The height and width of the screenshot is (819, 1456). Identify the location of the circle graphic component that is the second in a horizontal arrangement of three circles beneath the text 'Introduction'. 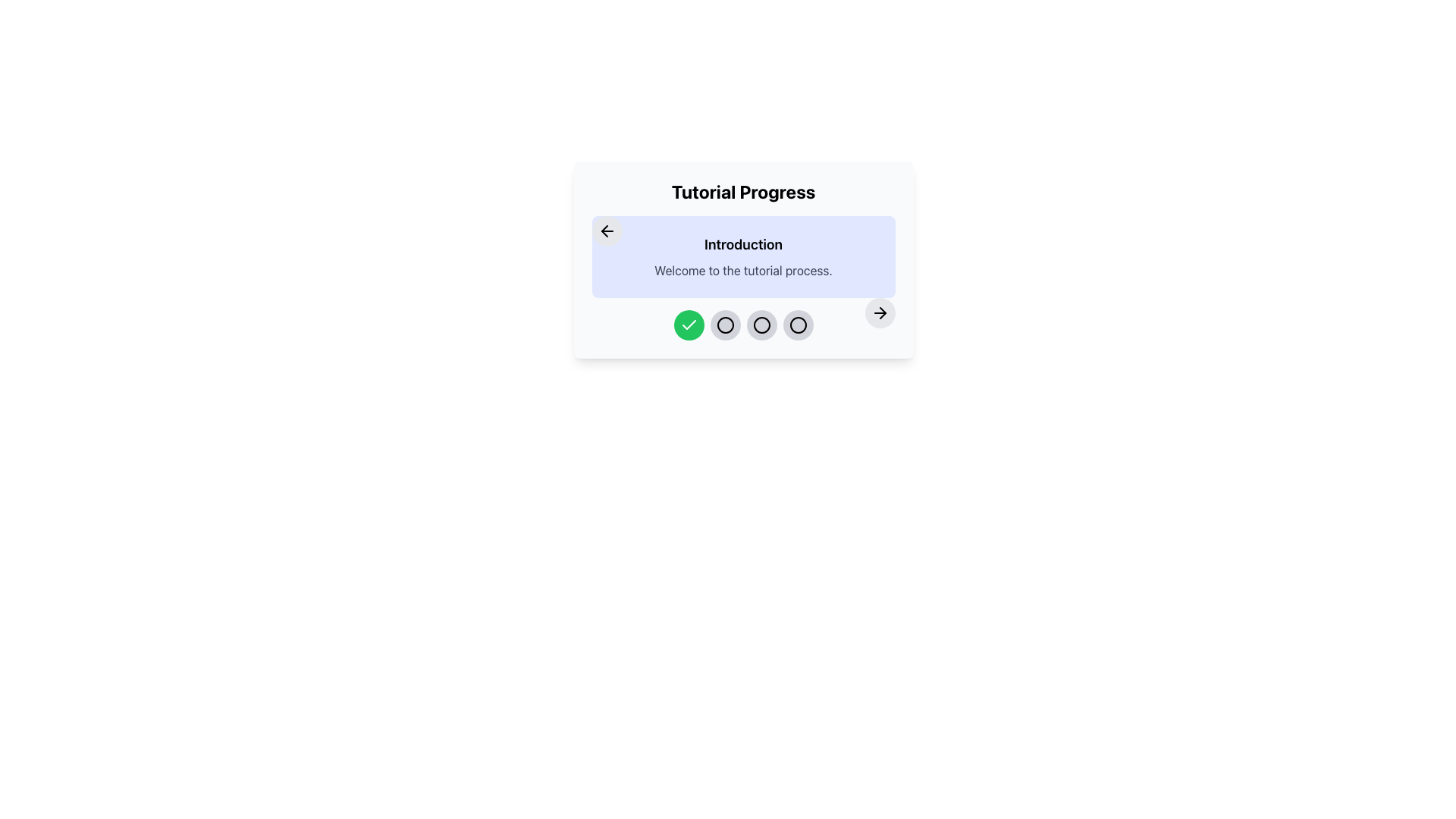
(724, 324).